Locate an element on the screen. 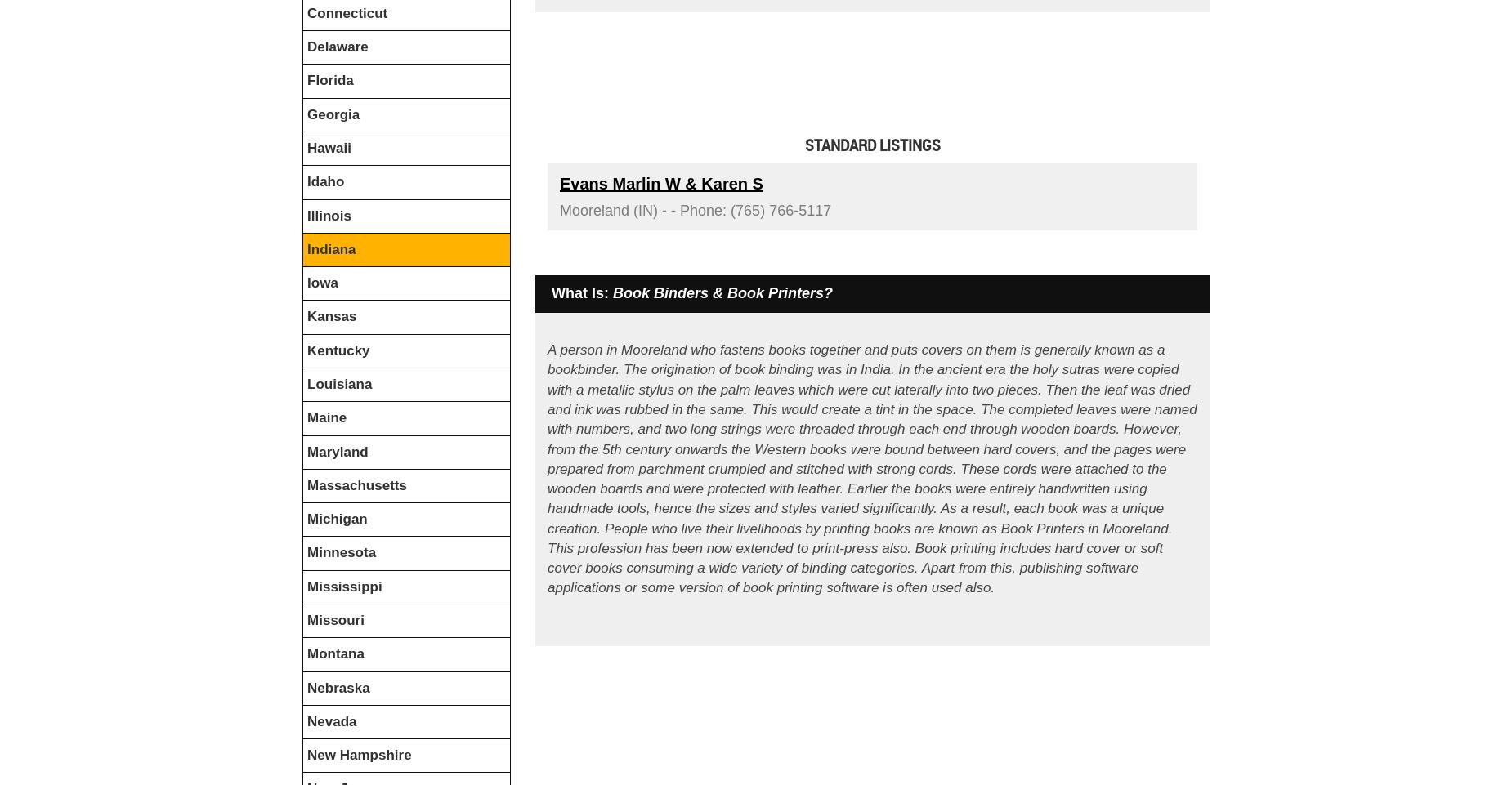 This screenshot has height=785, width=1512. 'Connecticut' is located at coordinates (346, 11).